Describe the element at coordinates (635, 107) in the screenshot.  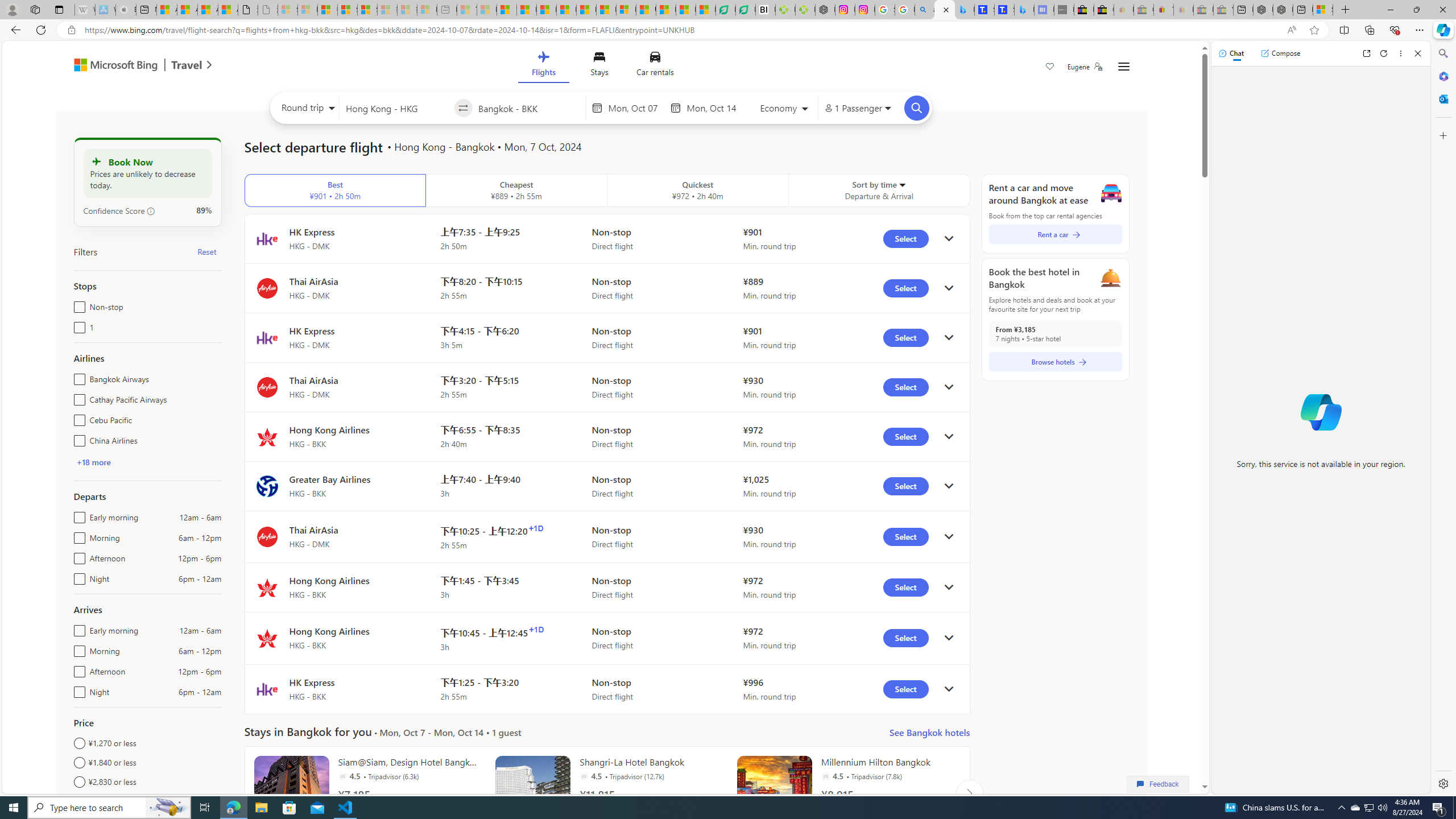
I see `'Start Date'` at that location.